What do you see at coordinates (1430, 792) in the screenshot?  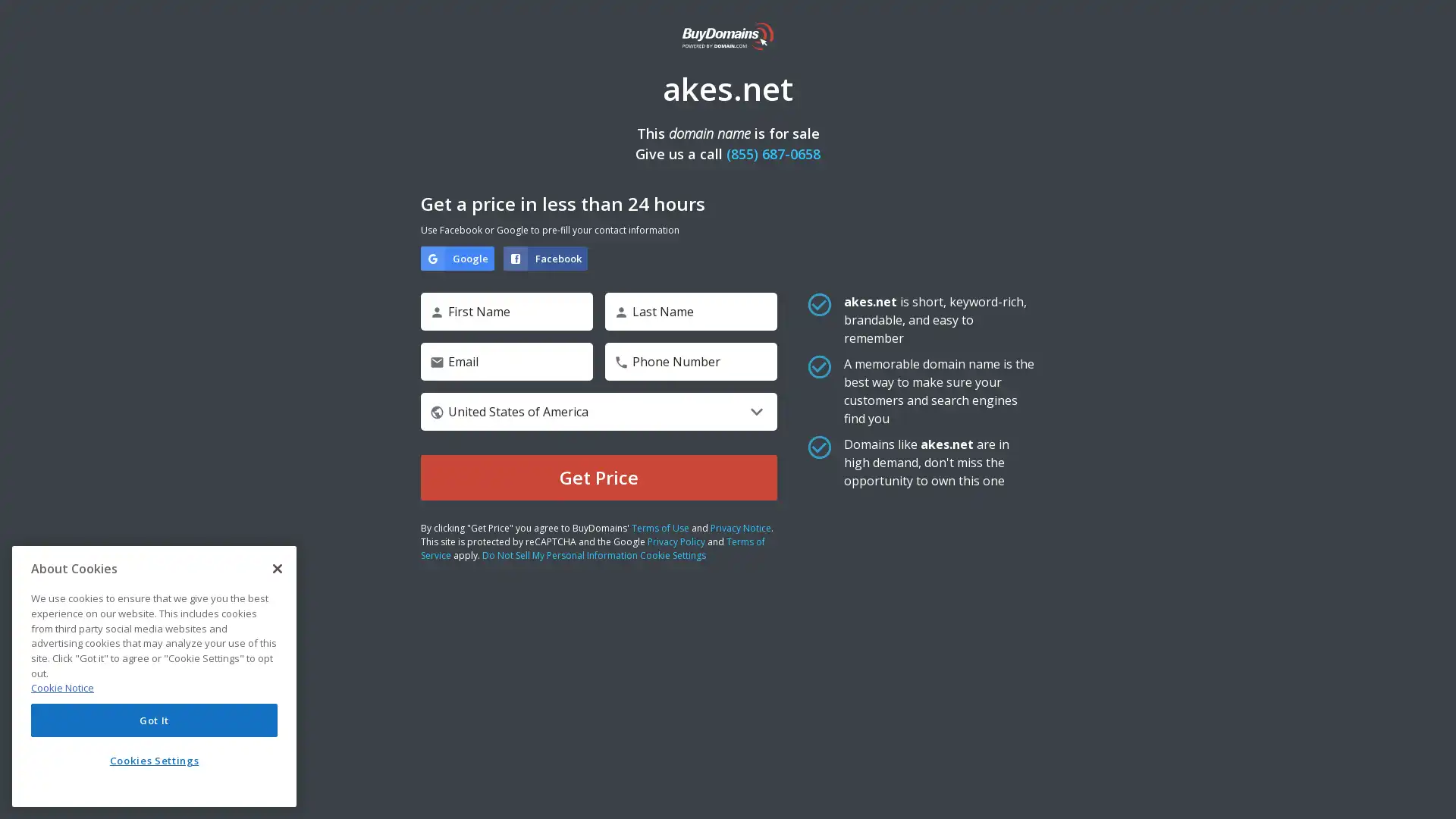 I see `Explore your accessibility options` at bounding box center [1430, 792].